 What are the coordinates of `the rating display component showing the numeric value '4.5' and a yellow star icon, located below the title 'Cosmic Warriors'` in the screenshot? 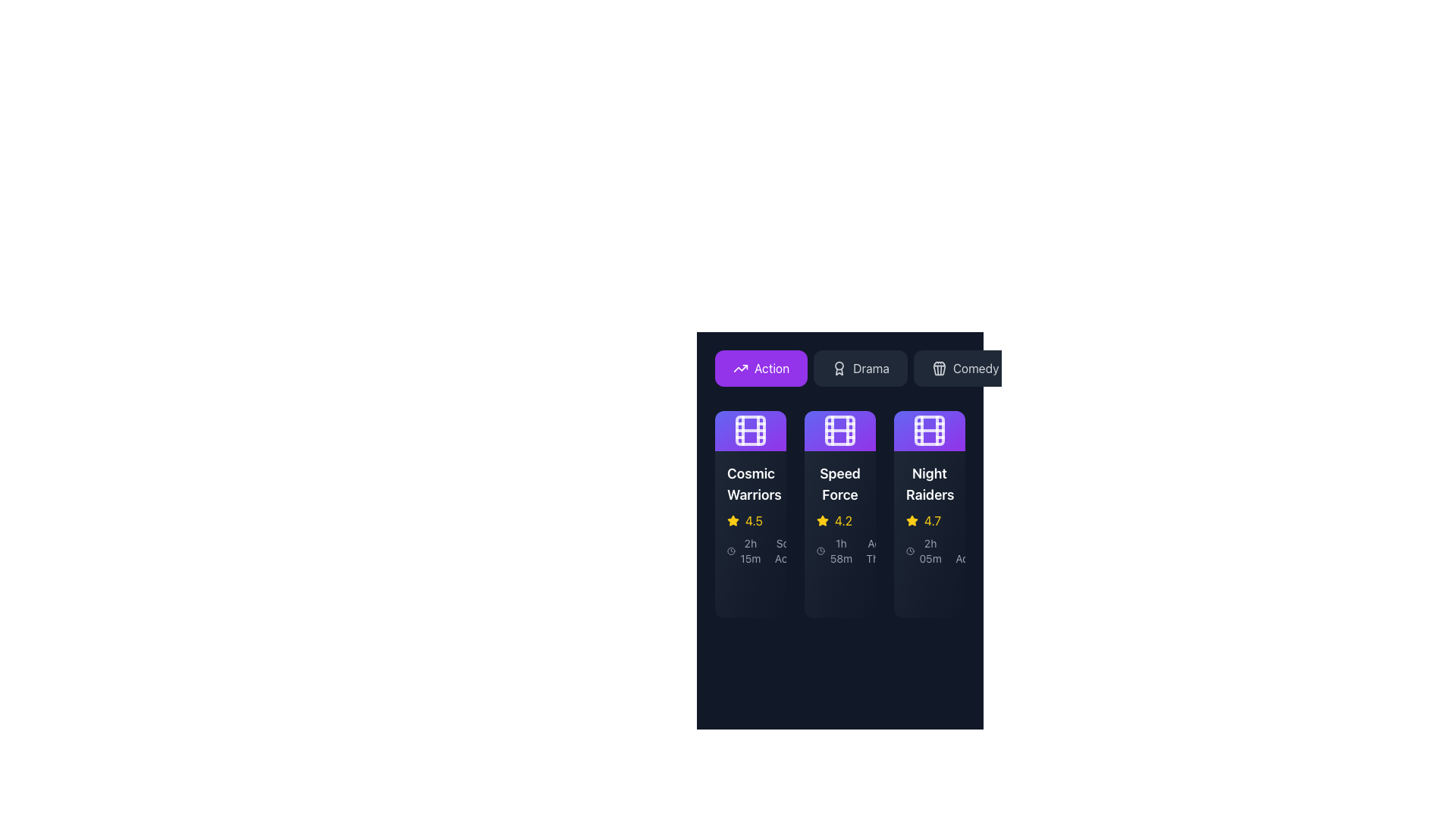 It's located at (750, 519).